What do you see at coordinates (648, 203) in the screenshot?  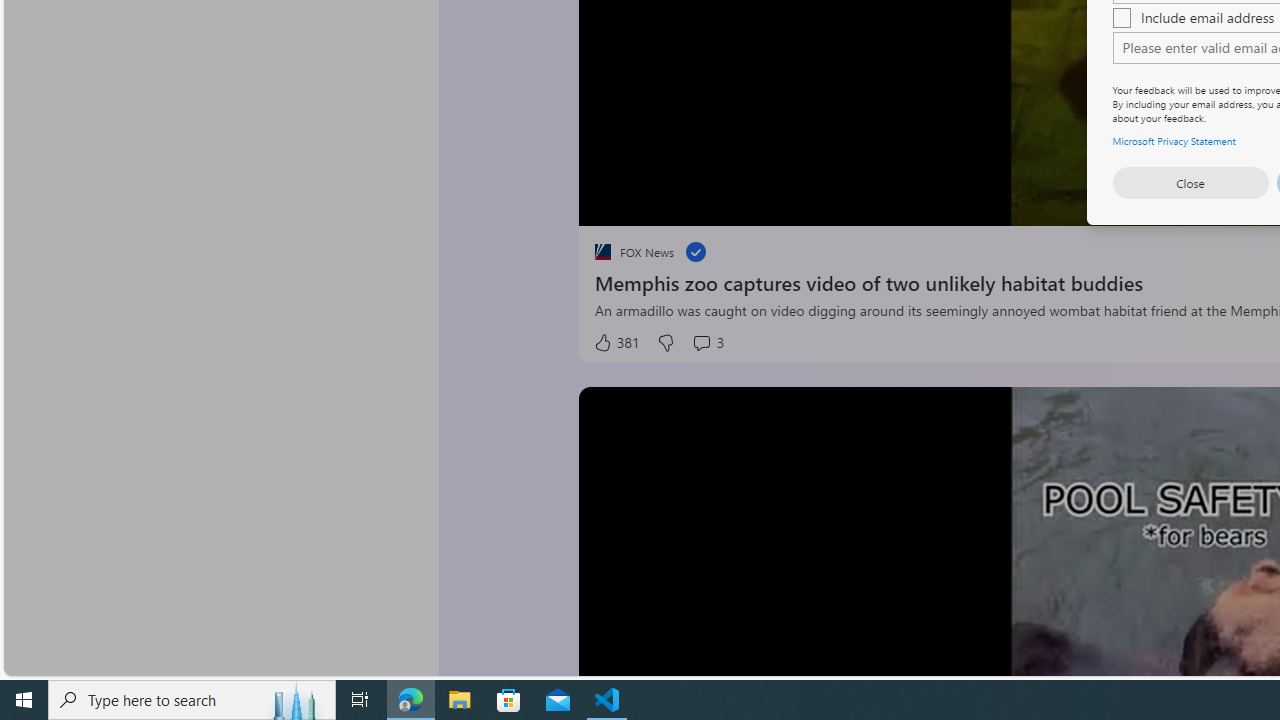 I see `'Seek Back'` at bounding box center [648, 203].